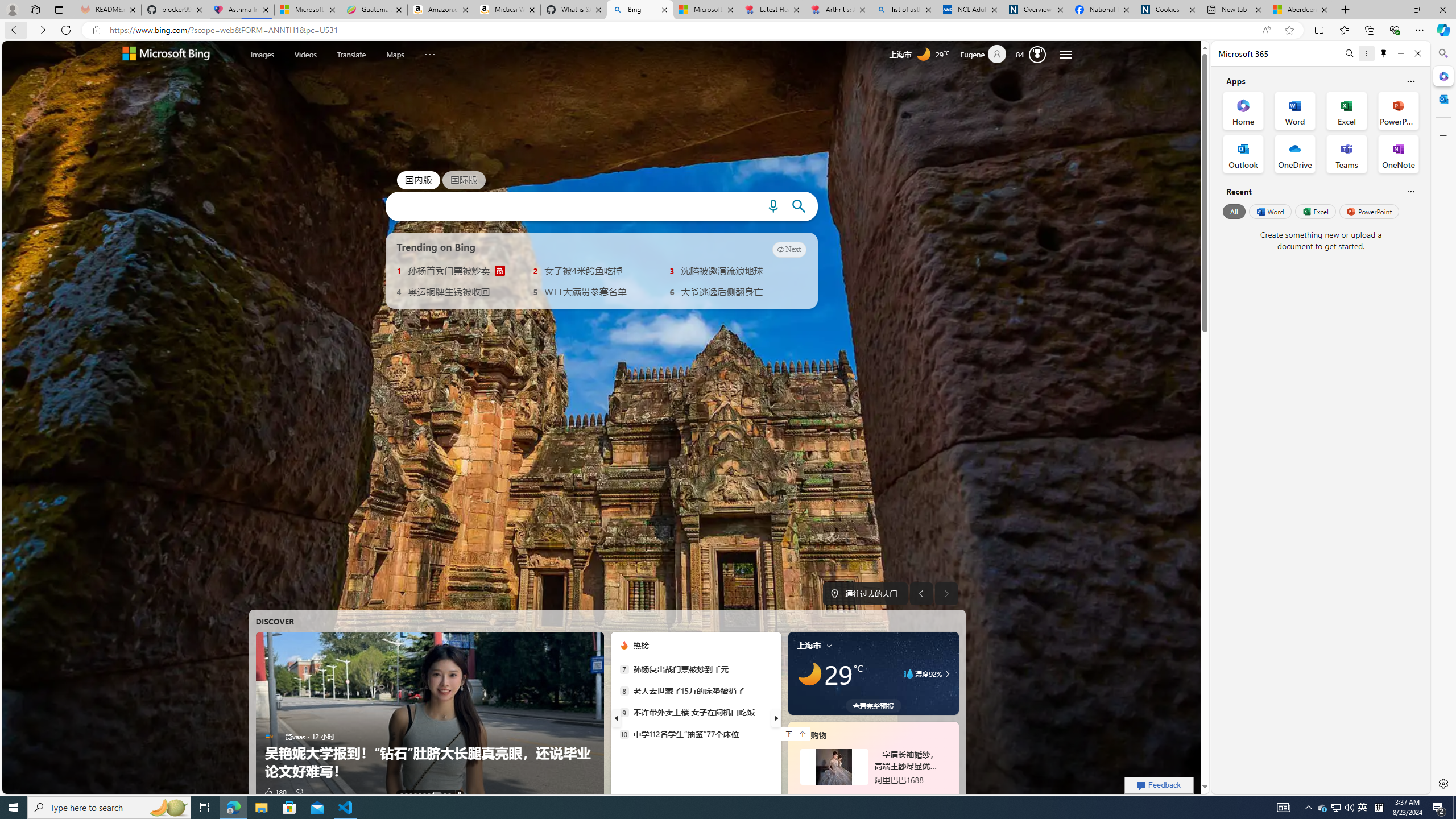 The image size is (1456, 819). What do you see at coordinates (1243, 154) in the screenshot?
I see `'Outlook Office App'` at bounding box center [1243, 154].